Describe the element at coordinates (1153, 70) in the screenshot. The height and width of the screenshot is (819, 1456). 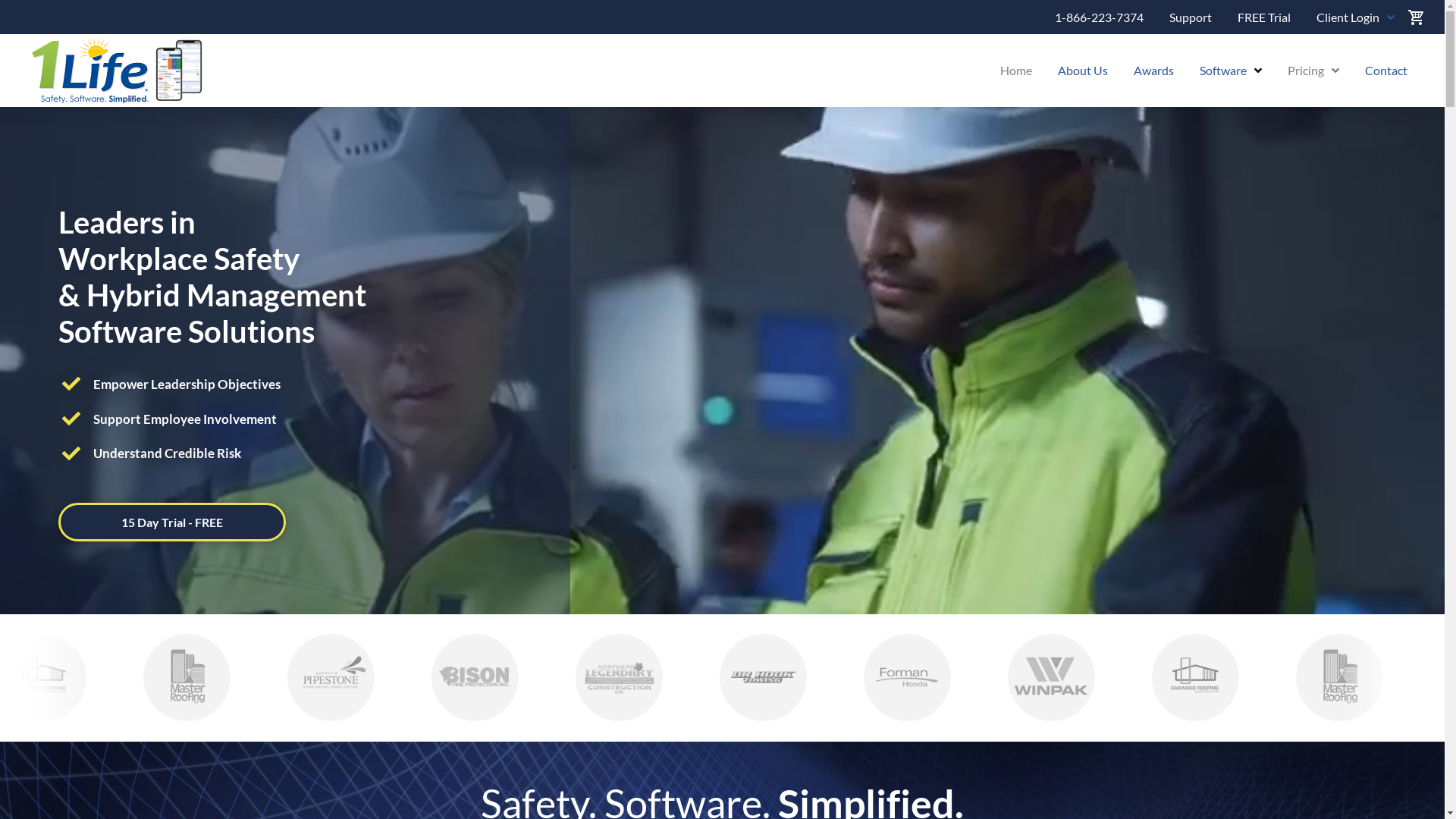
I see `'Awards'` at that location.